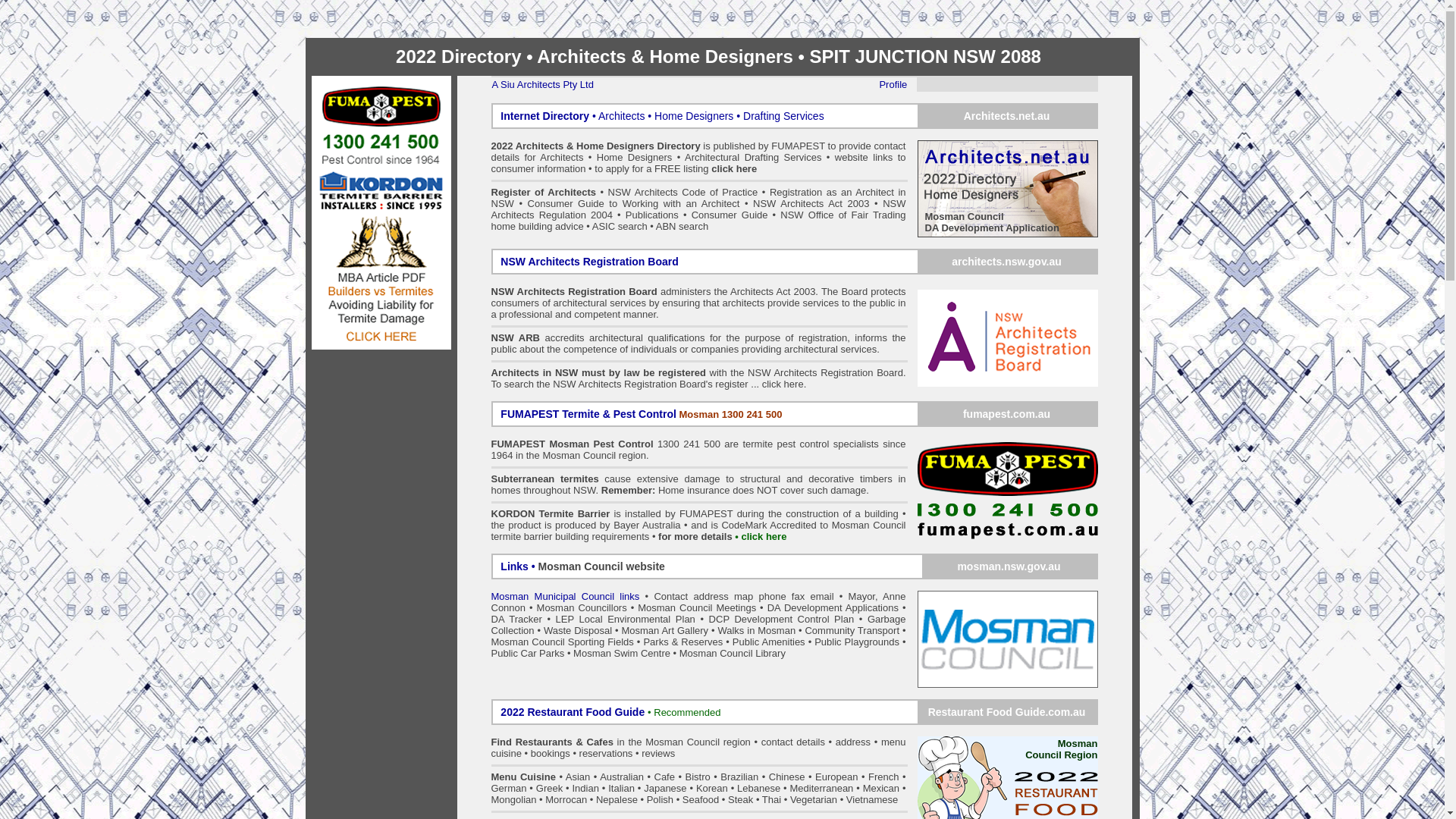  I want to click on 'NSW Architects Code of Practice', so click(684, 191).